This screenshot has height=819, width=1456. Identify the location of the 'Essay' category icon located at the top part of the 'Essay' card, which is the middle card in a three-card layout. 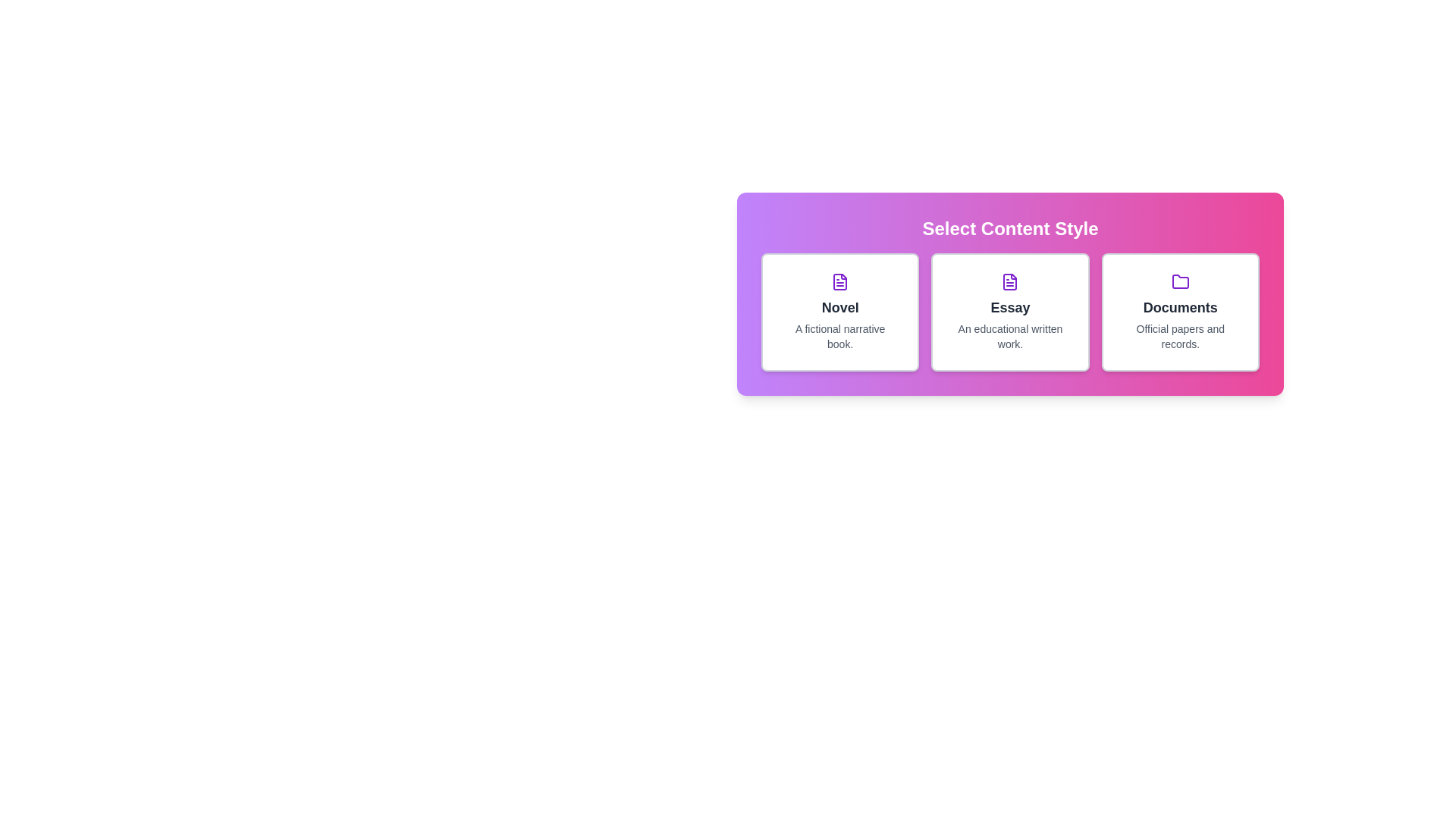
(1010, 281).